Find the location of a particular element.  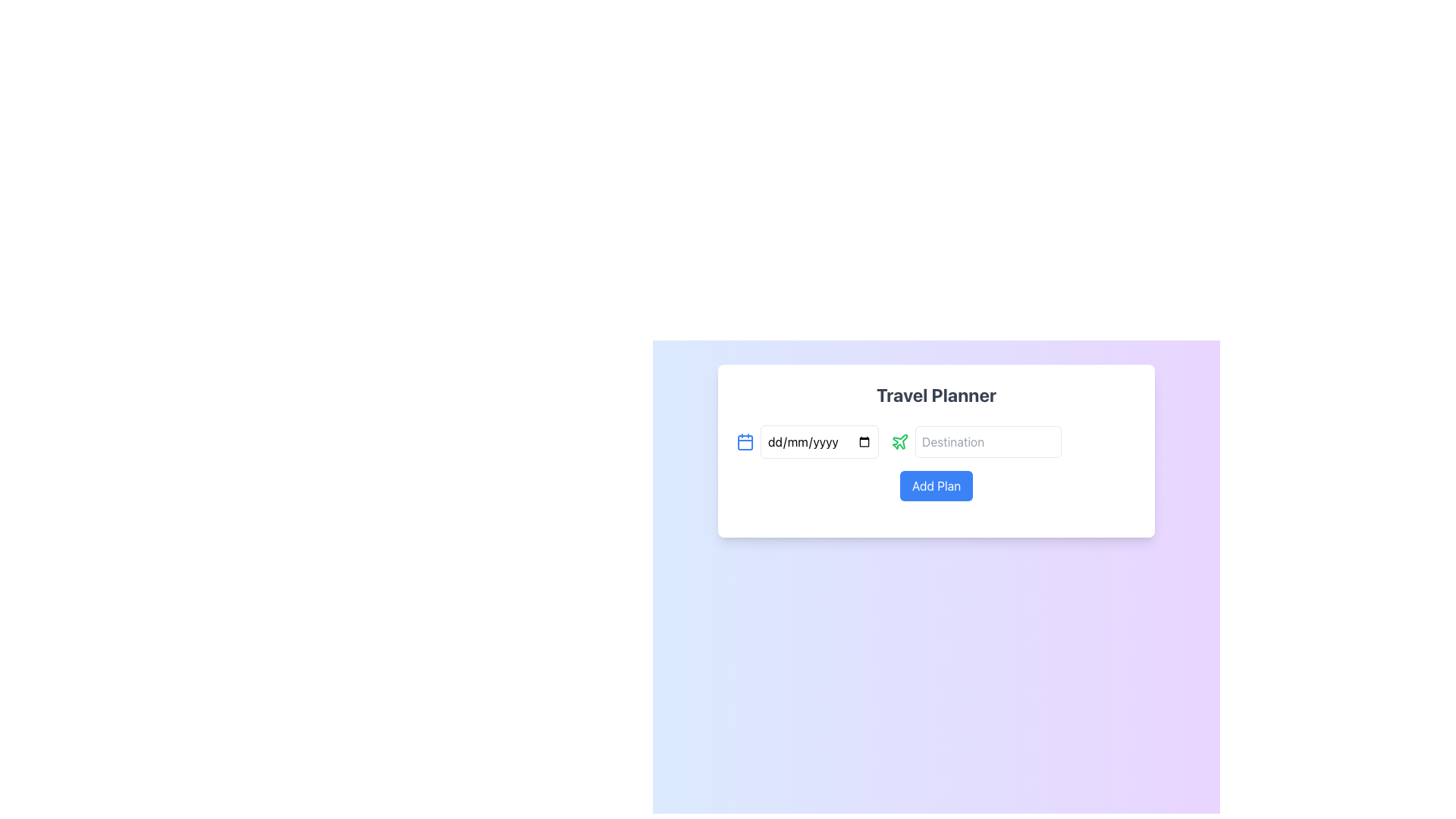

the travel-related icon located to the left of the 'Destination' text input field and to the right of the calendar icon is located at coordinates (899, 441).